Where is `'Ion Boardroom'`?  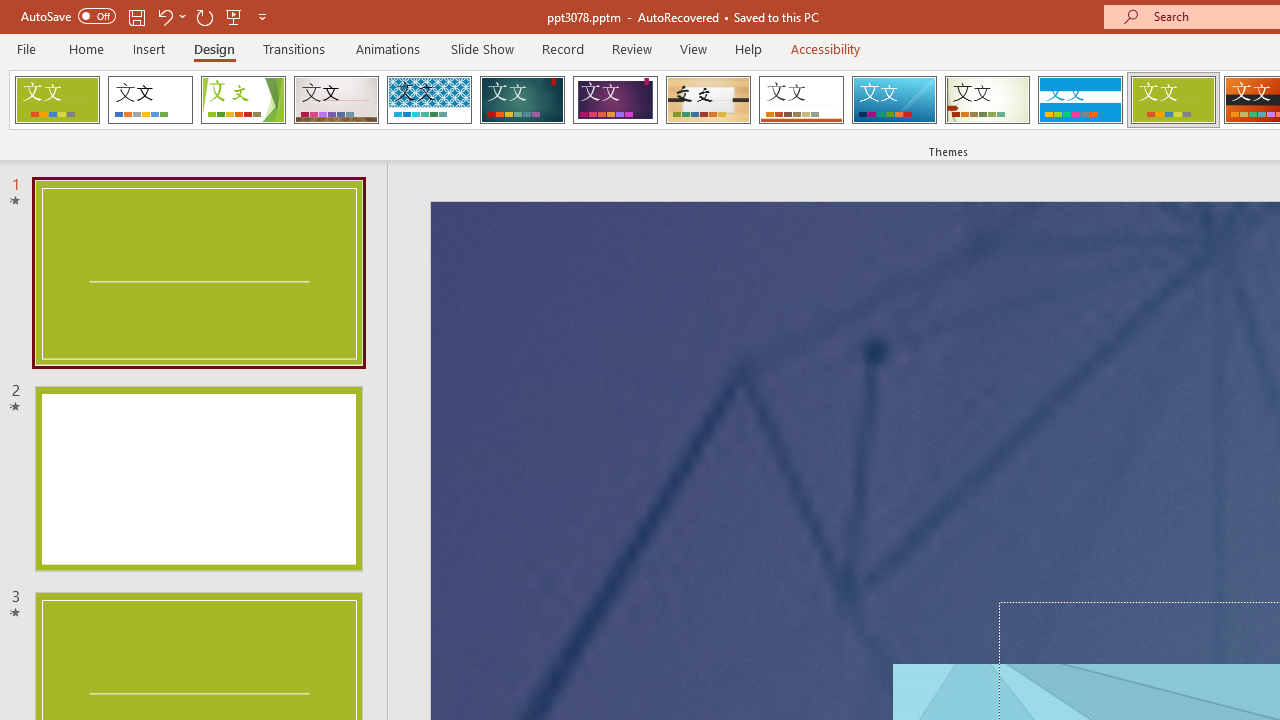
'Ion Boardroom' is located at coordinates (614, 100).